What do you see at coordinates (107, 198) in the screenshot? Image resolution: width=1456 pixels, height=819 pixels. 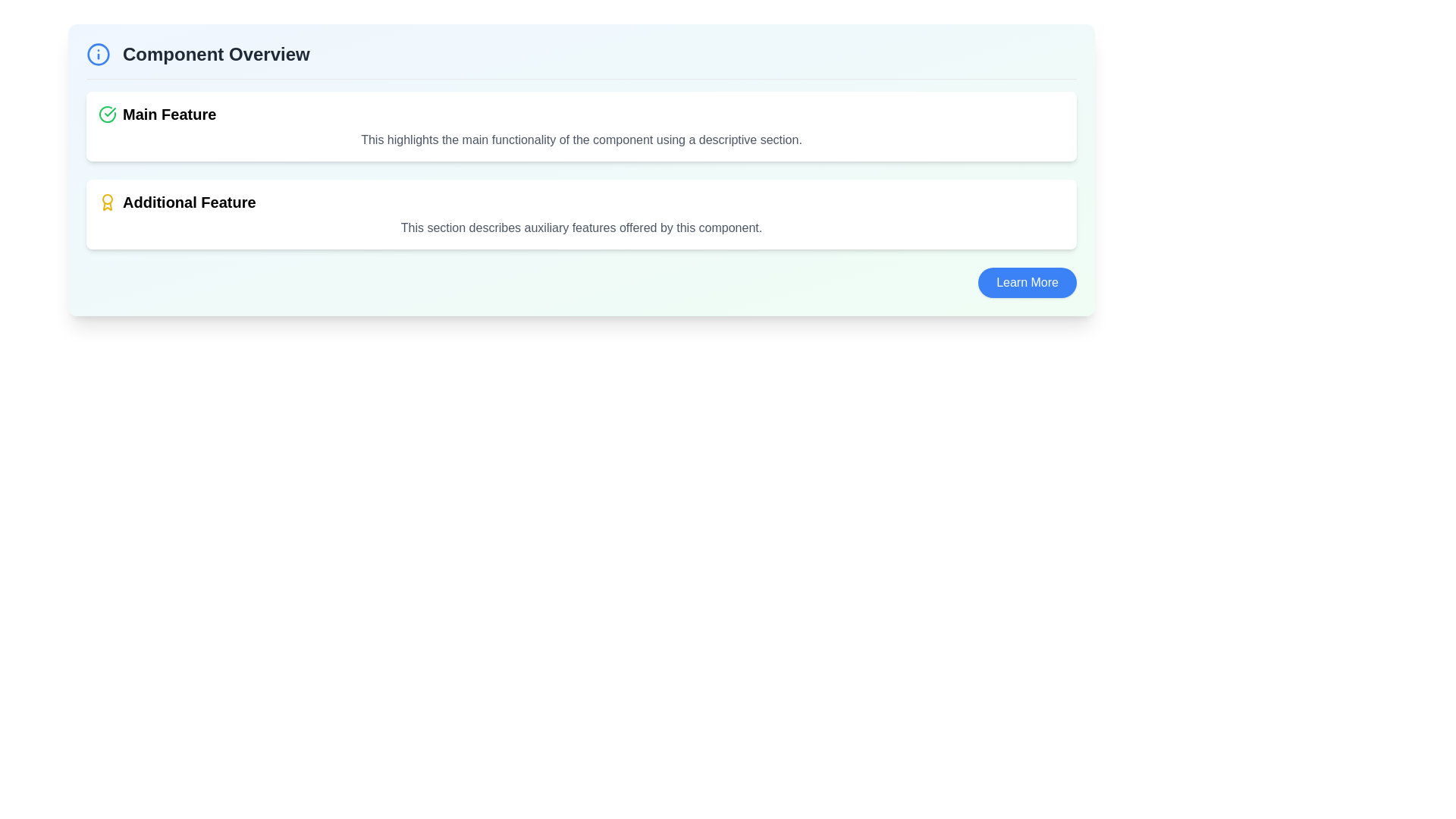 I see `the decorative circle element that forms part of the award icon, located slightly above the center of the icon and to the left of the 'Additional Feature' label` at bounding box center [107, 198].